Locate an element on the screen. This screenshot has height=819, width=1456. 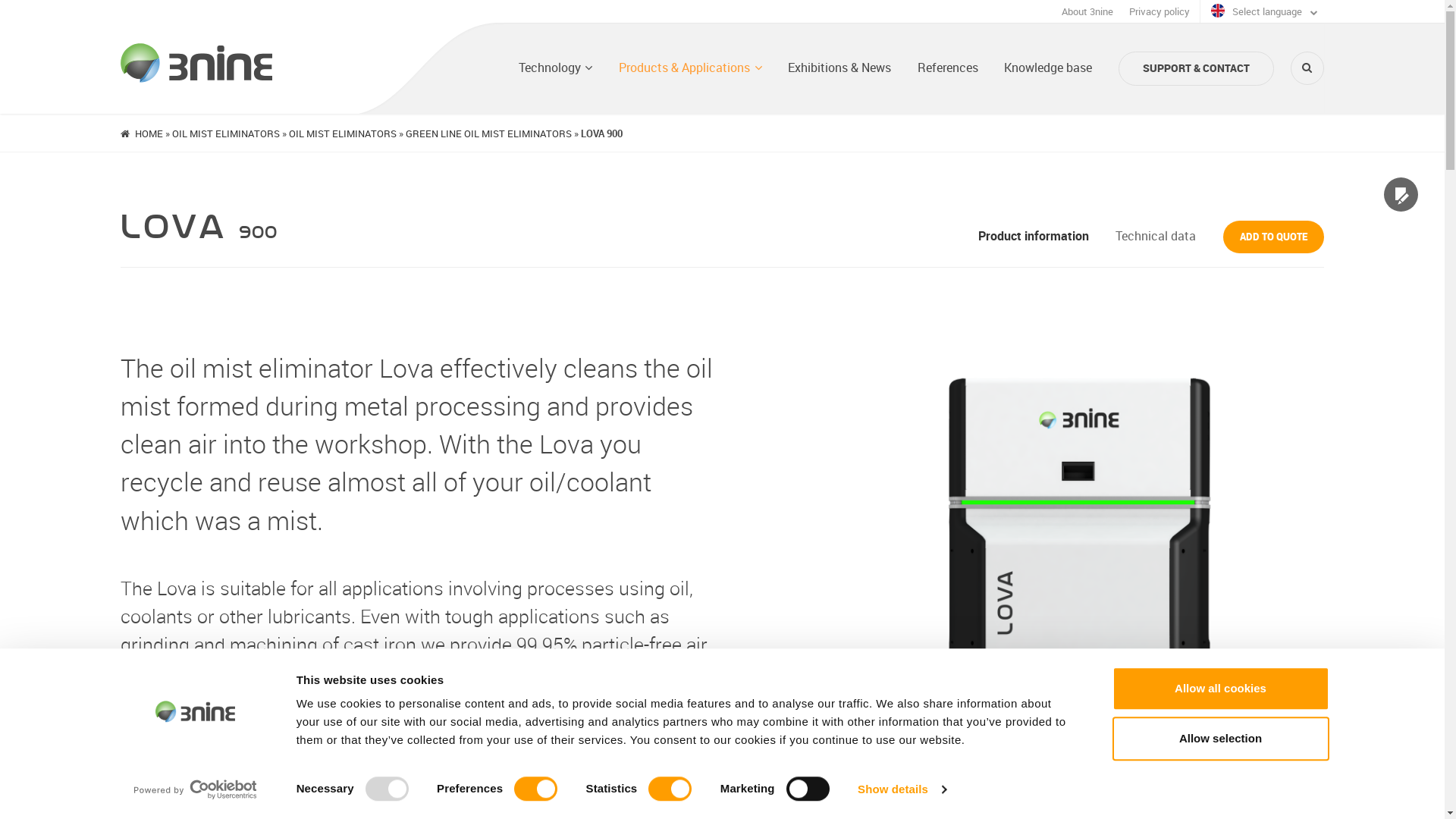
'About 3nine' is located at coordinates (1087, 11).